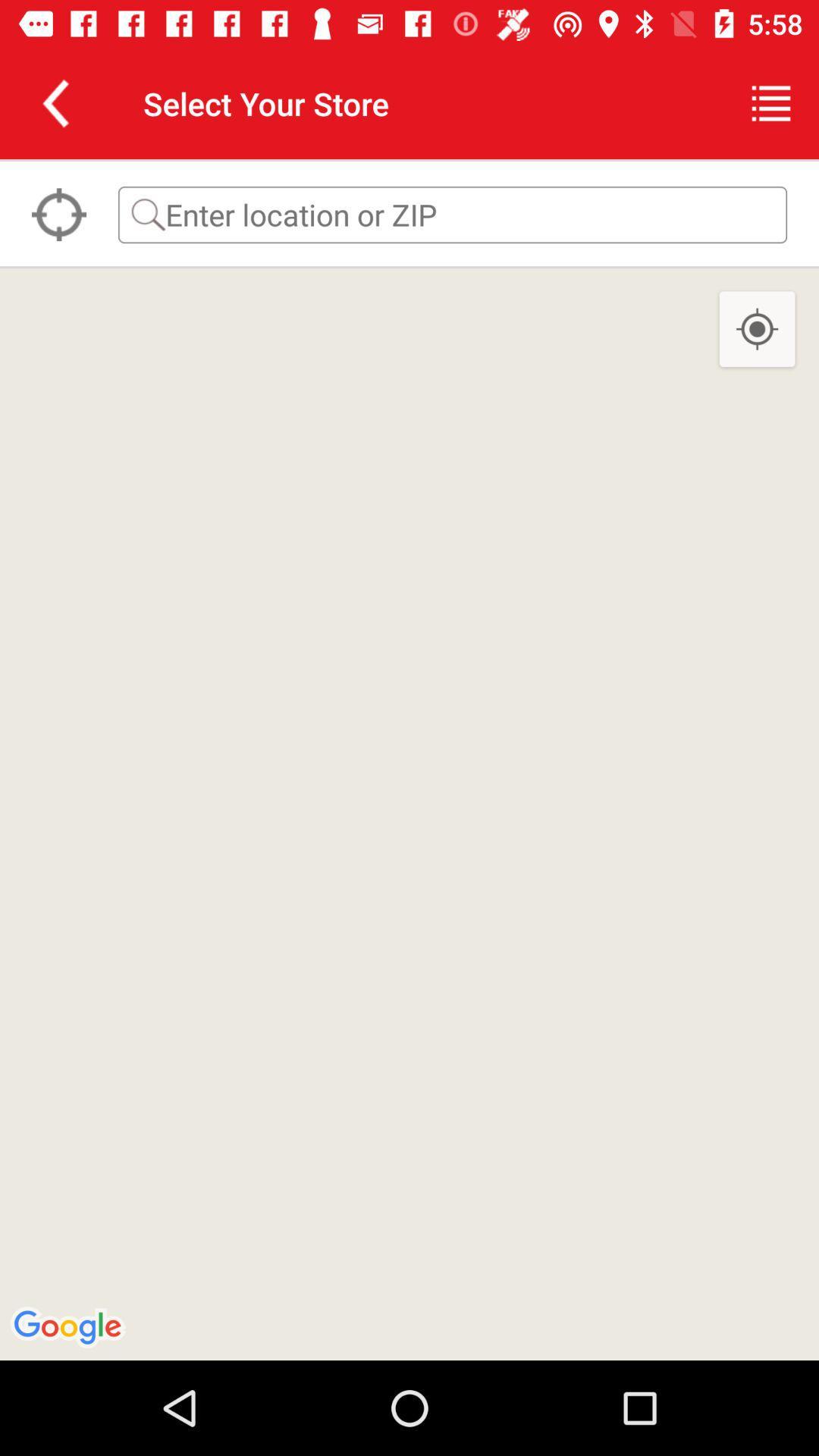 This screenshot has width=819, height=1456. I want to click on the location_crosshair icon, so click(58, 214).